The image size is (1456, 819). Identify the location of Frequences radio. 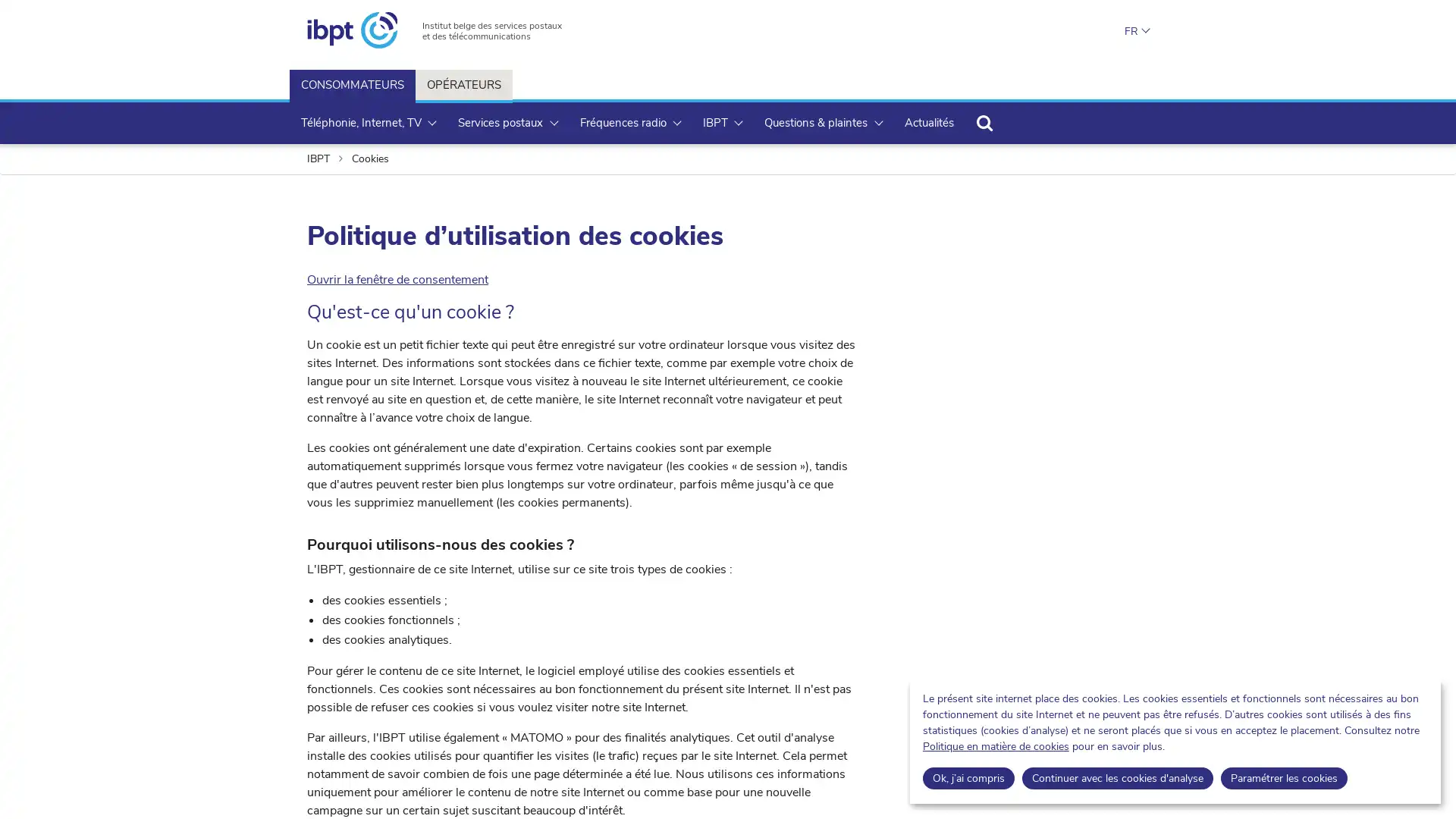
(629, 122).